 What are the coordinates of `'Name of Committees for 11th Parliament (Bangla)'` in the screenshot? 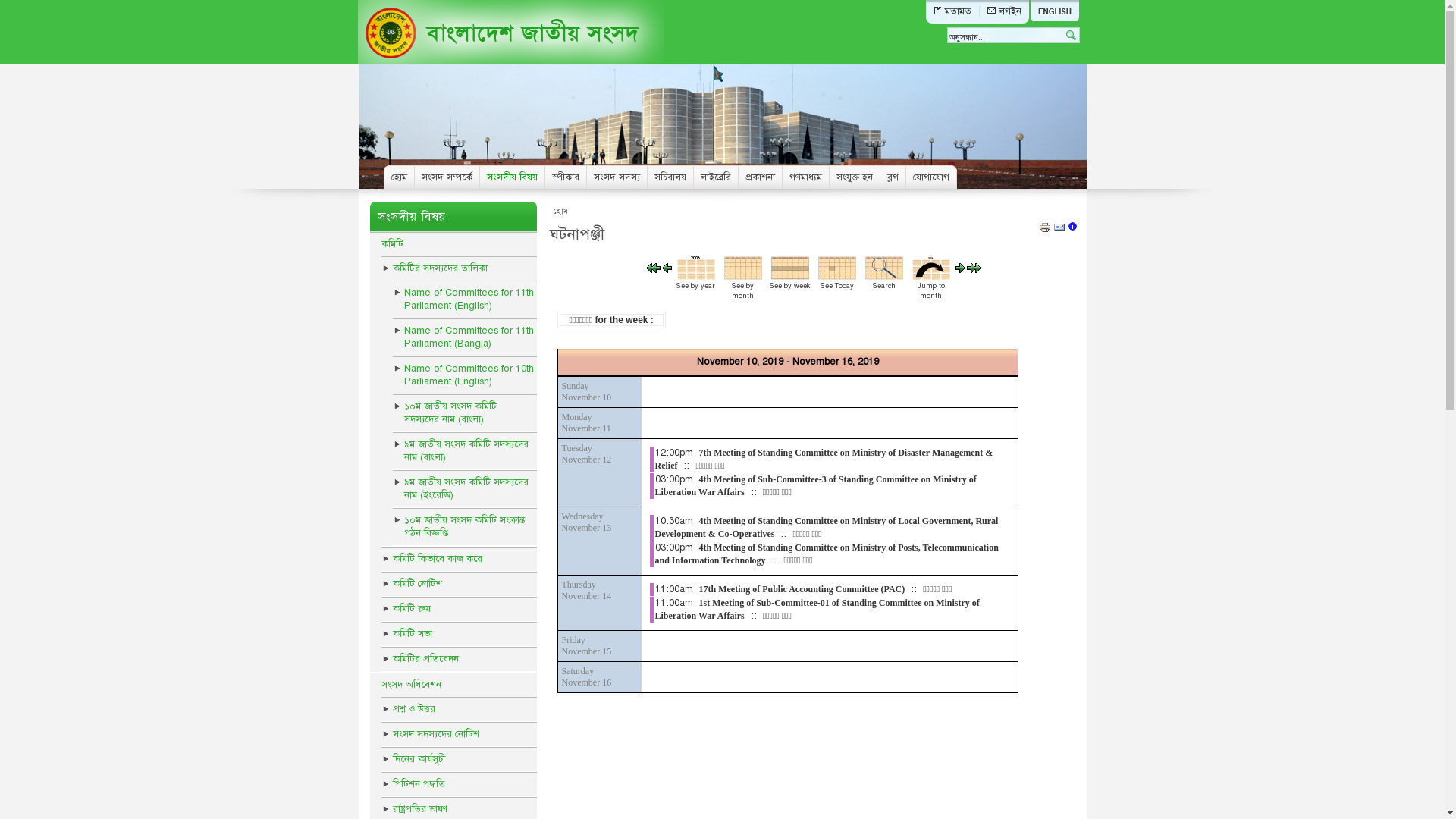 It's located at (464, 336).